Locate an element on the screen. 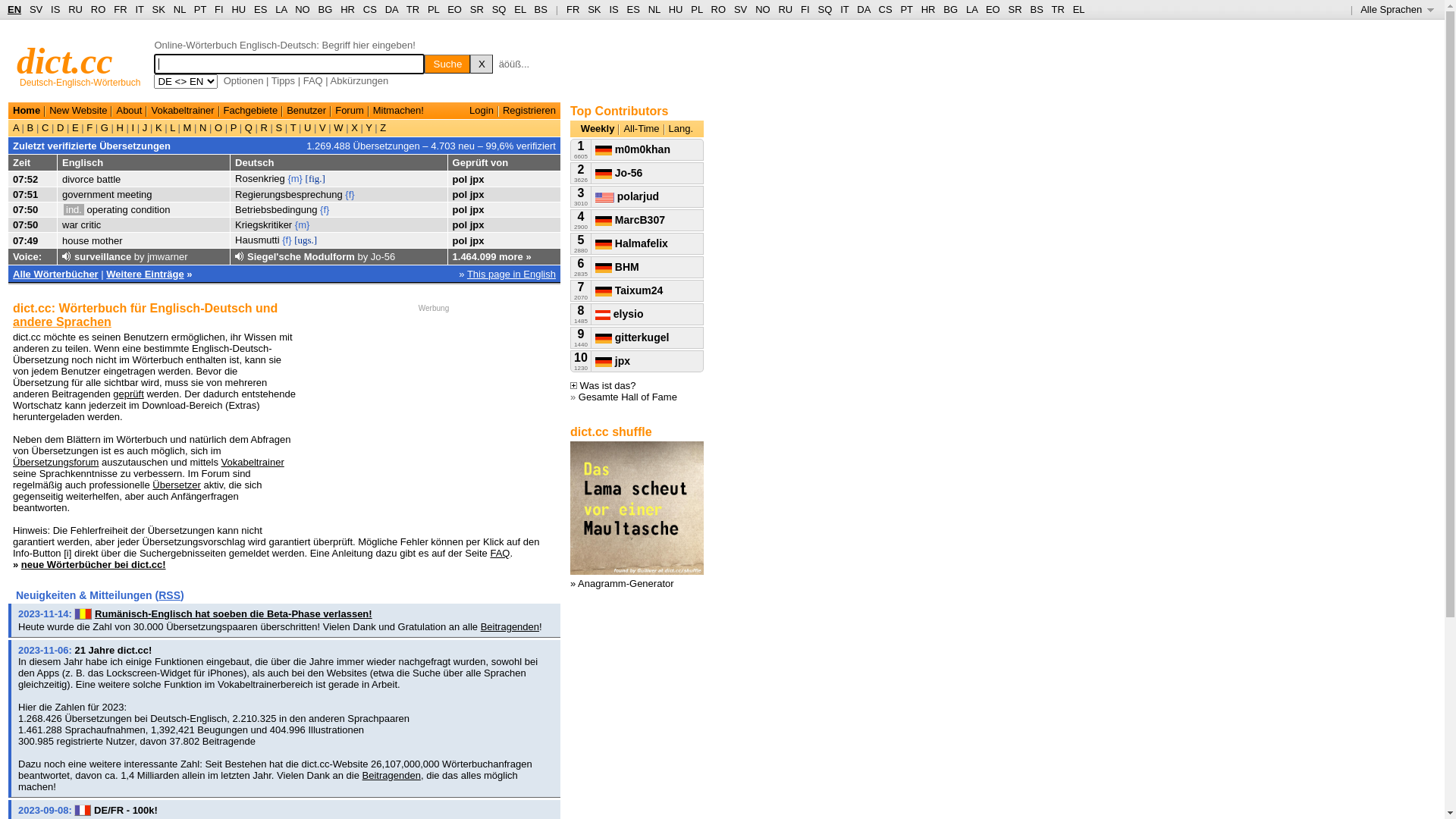 The width and height of the screenshot is (1456, 819). 'IS' is located at coordinates (613, 9).